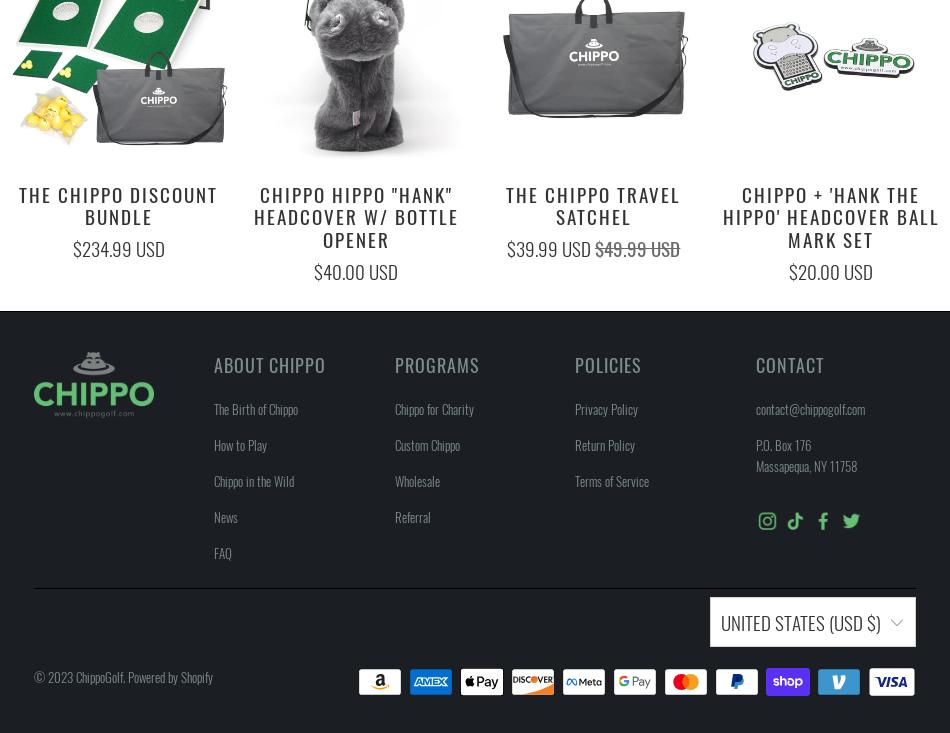  What do you see at coordinates (551, 247) in the screenshot?
I see `'$39.99 USD'` at bounding box center [551, 247].